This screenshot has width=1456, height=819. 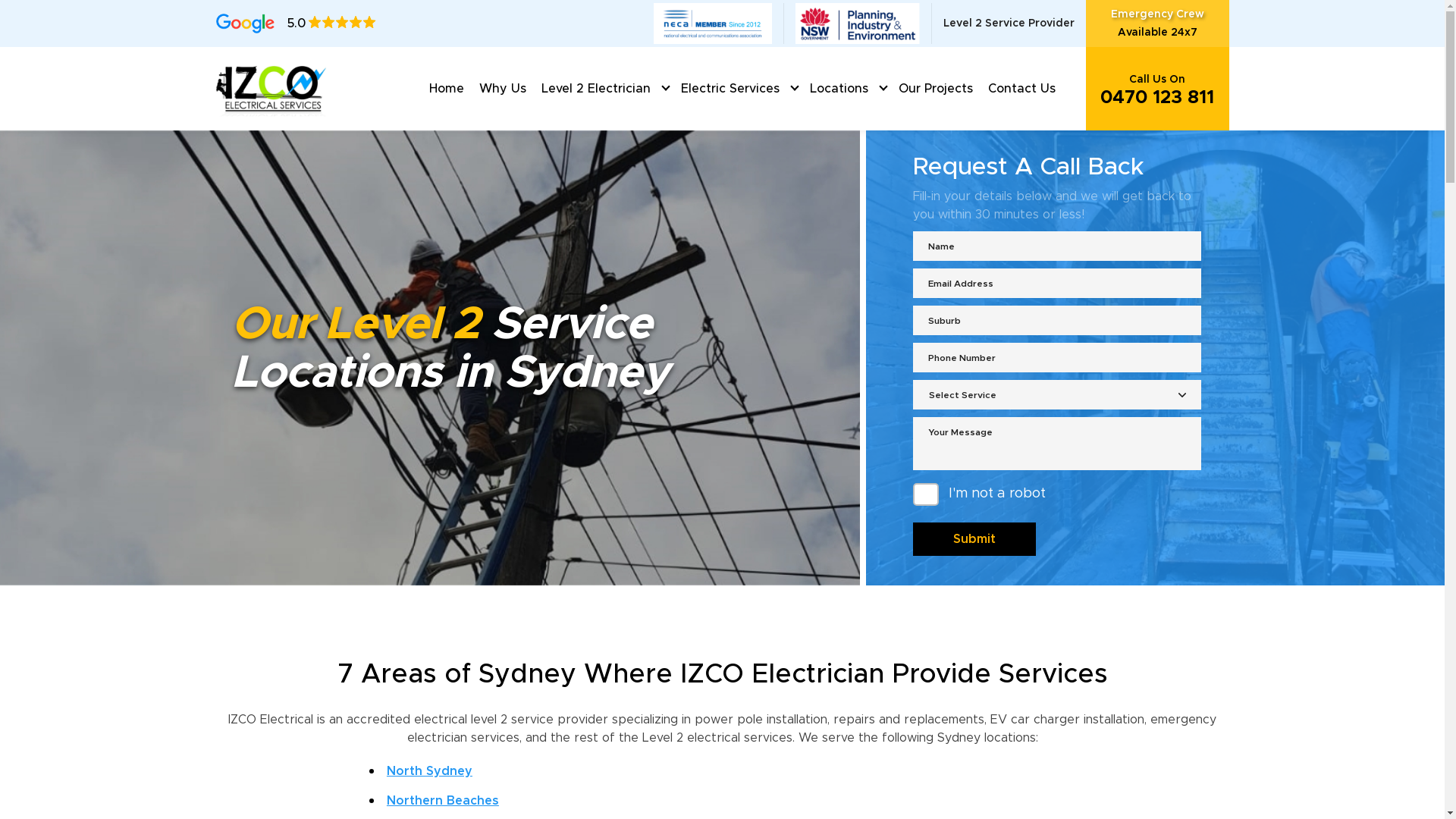 What do you see at coordinates (272, 87) in the screenshot?
I see `'Izco Electrical Services'` at bounding box center [272, 87].